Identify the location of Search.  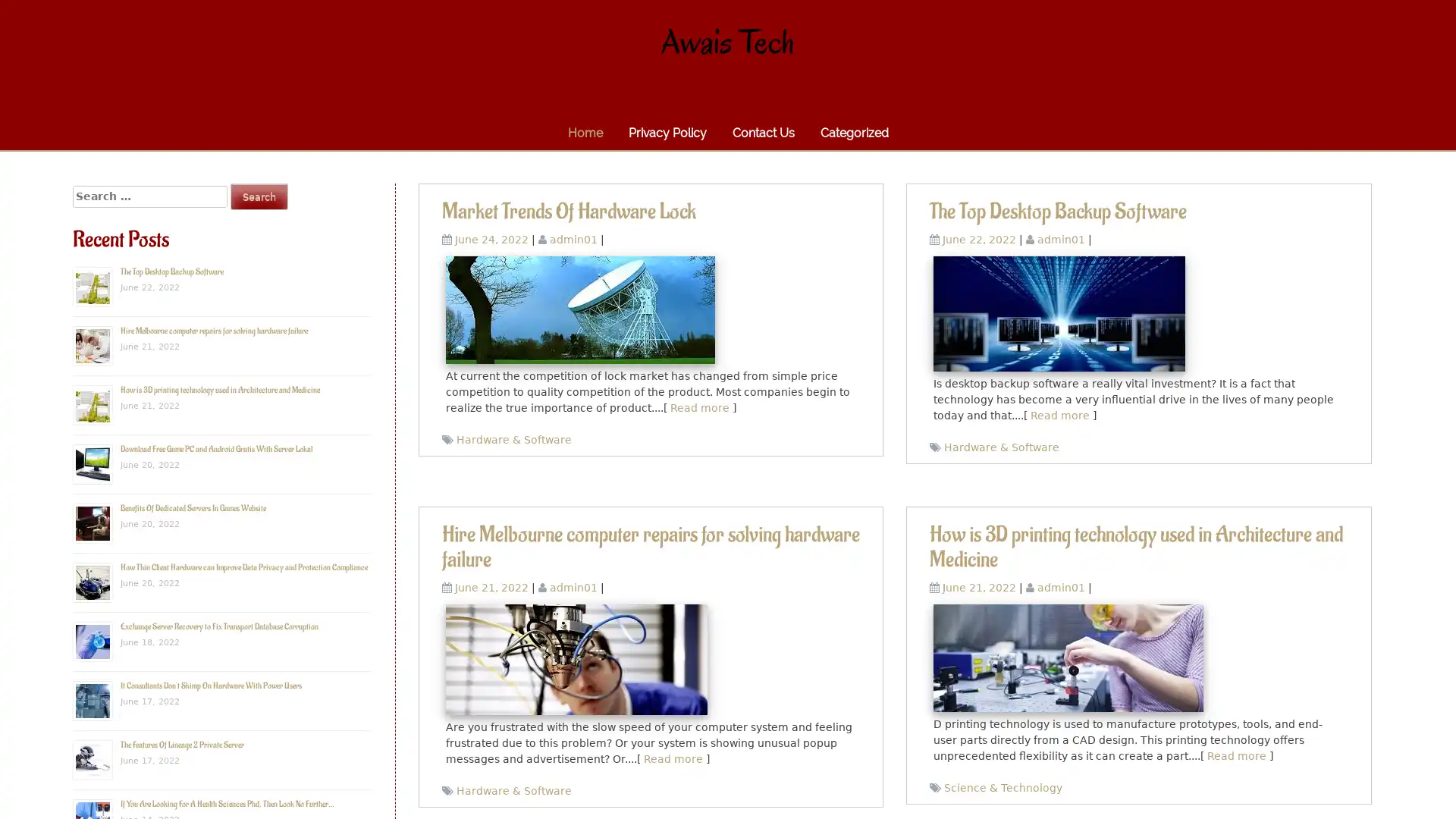
(259, 196).